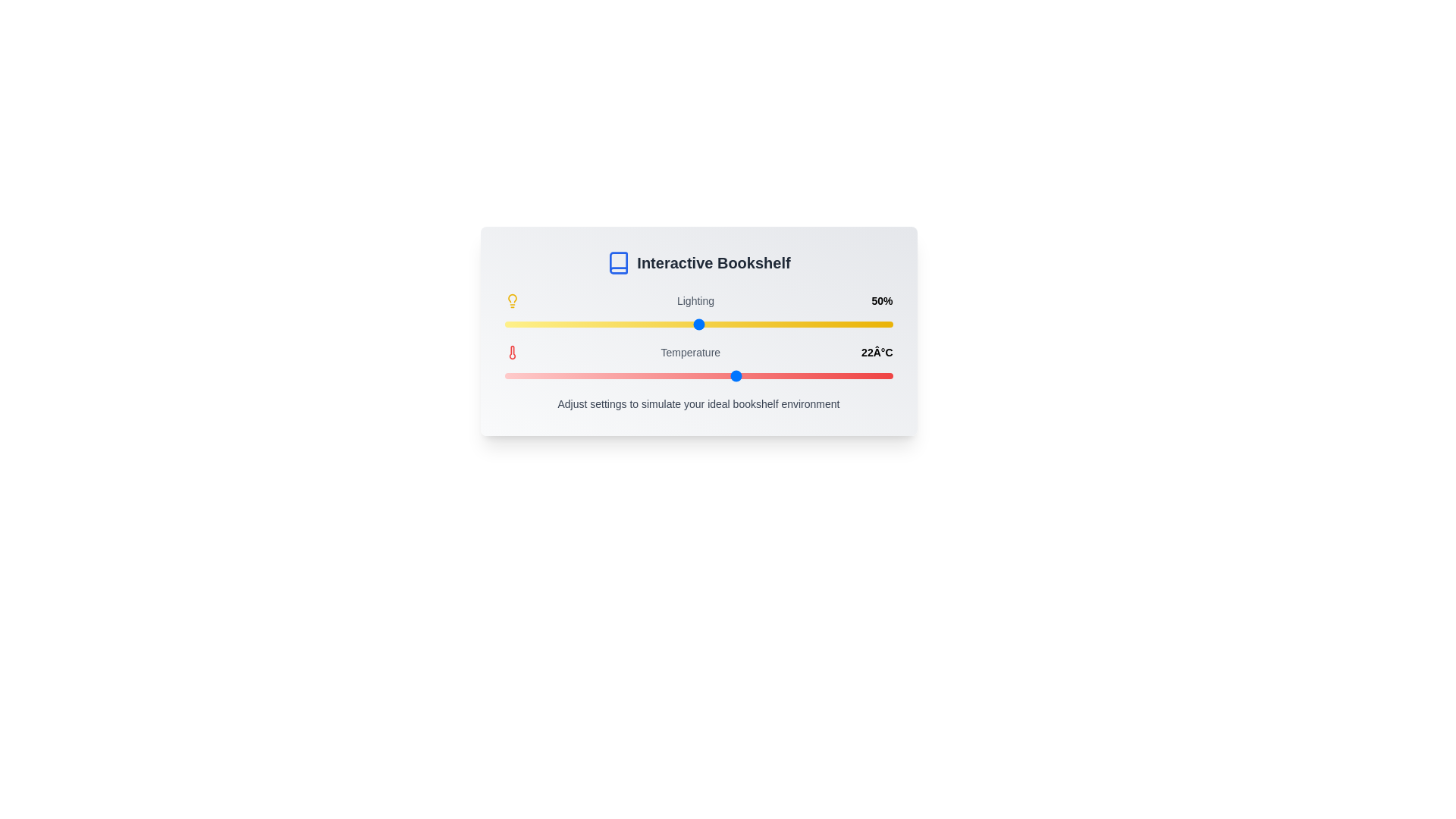 This screenshot has height=819, width=1456. Describe the element at coordinates (713, 324) in the screenshot. I see `the lighting slider to 54%` at that location.